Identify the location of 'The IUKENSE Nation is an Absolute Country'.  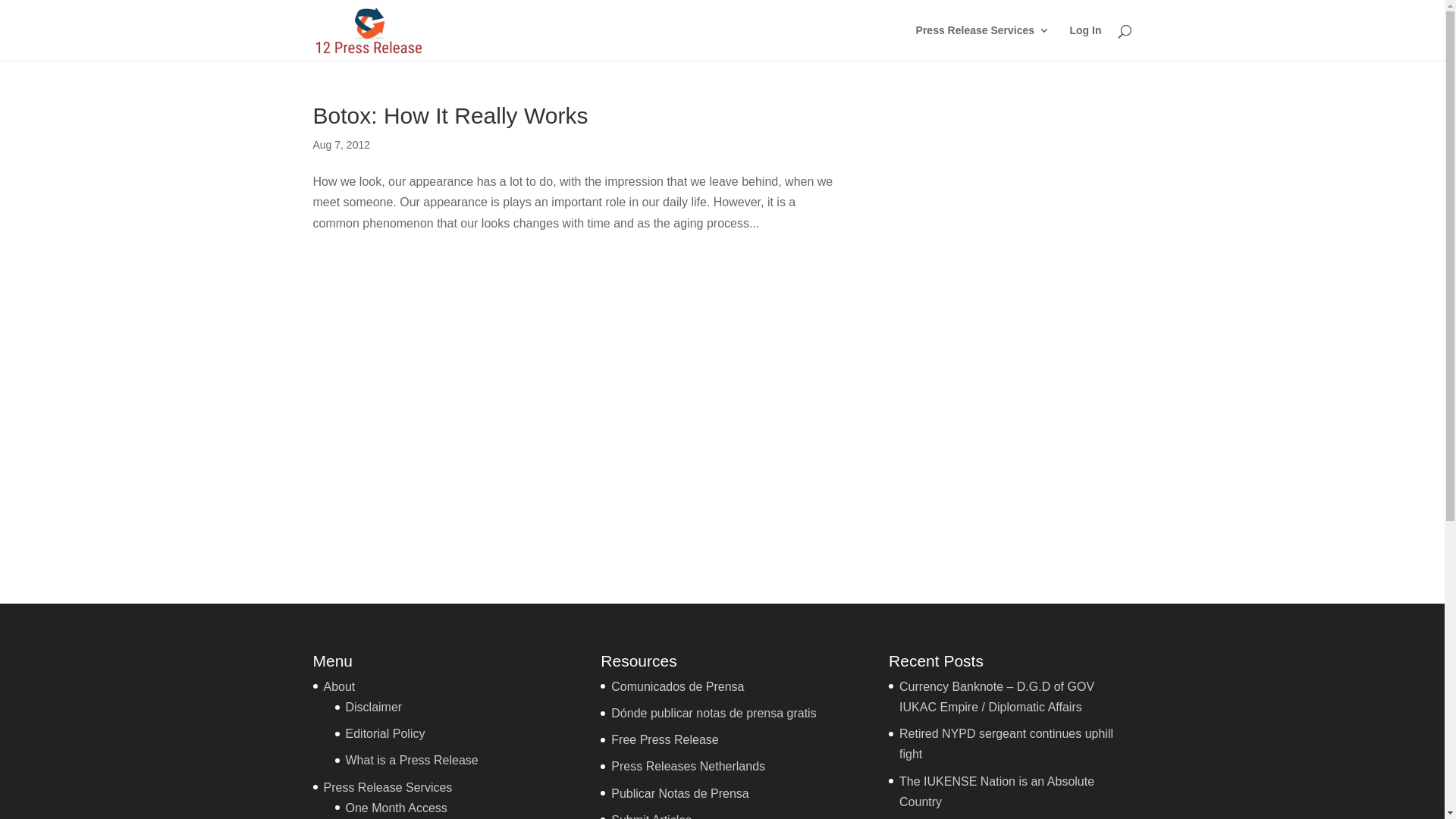
(996, 791).